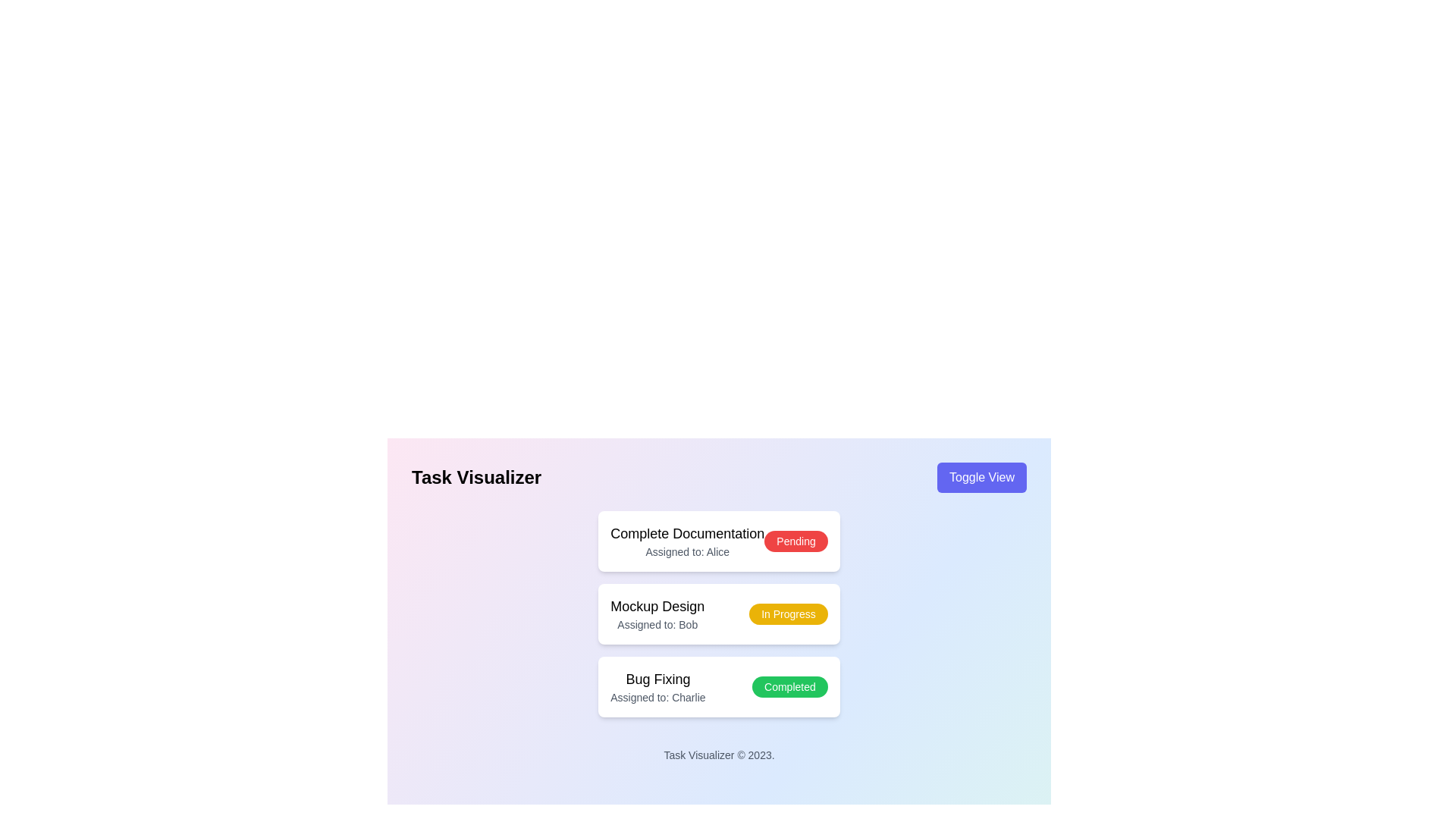 This screenshot has height=819, width=1456. What do you see at coordinates (718, 687) in the screenshot?
I see `the completion status of the 'Bug Fixing' task card, which is the third card in a vertical list and marked as completed` at bounding box center [718, 687].